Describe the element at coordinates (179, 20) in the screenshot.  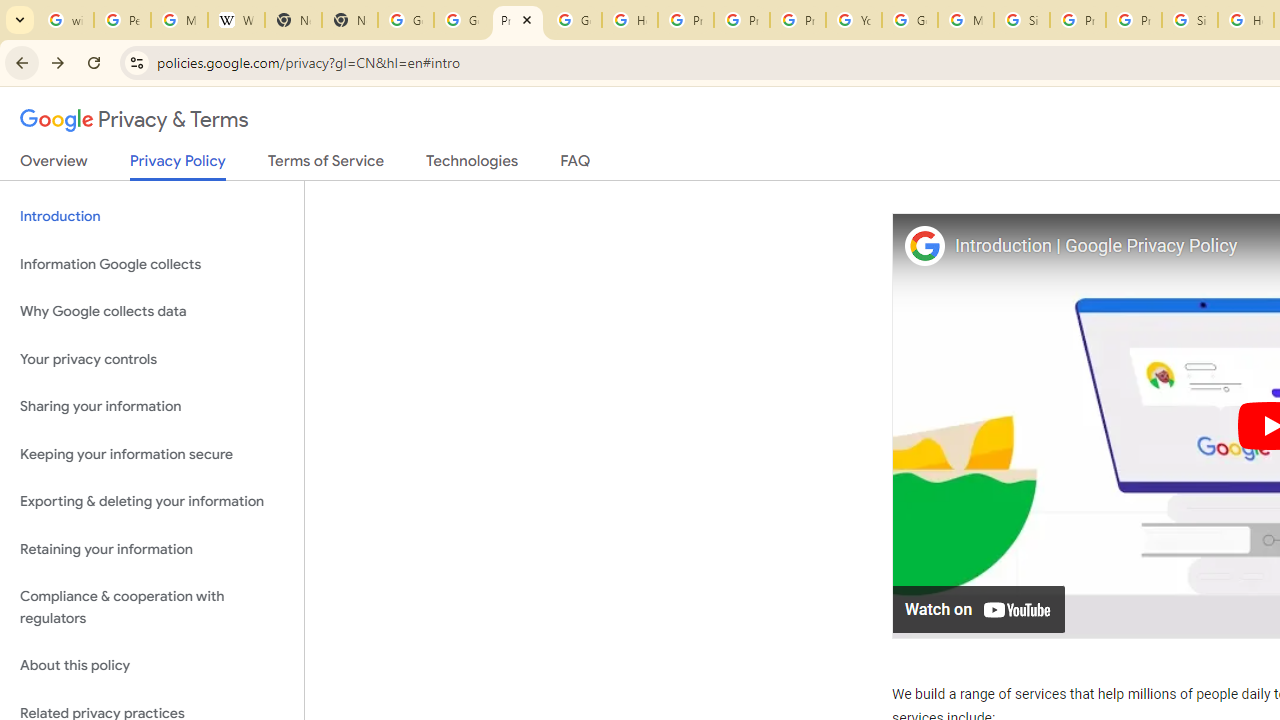
I see `'Manage your Location History - Google Search Help'` at that location.